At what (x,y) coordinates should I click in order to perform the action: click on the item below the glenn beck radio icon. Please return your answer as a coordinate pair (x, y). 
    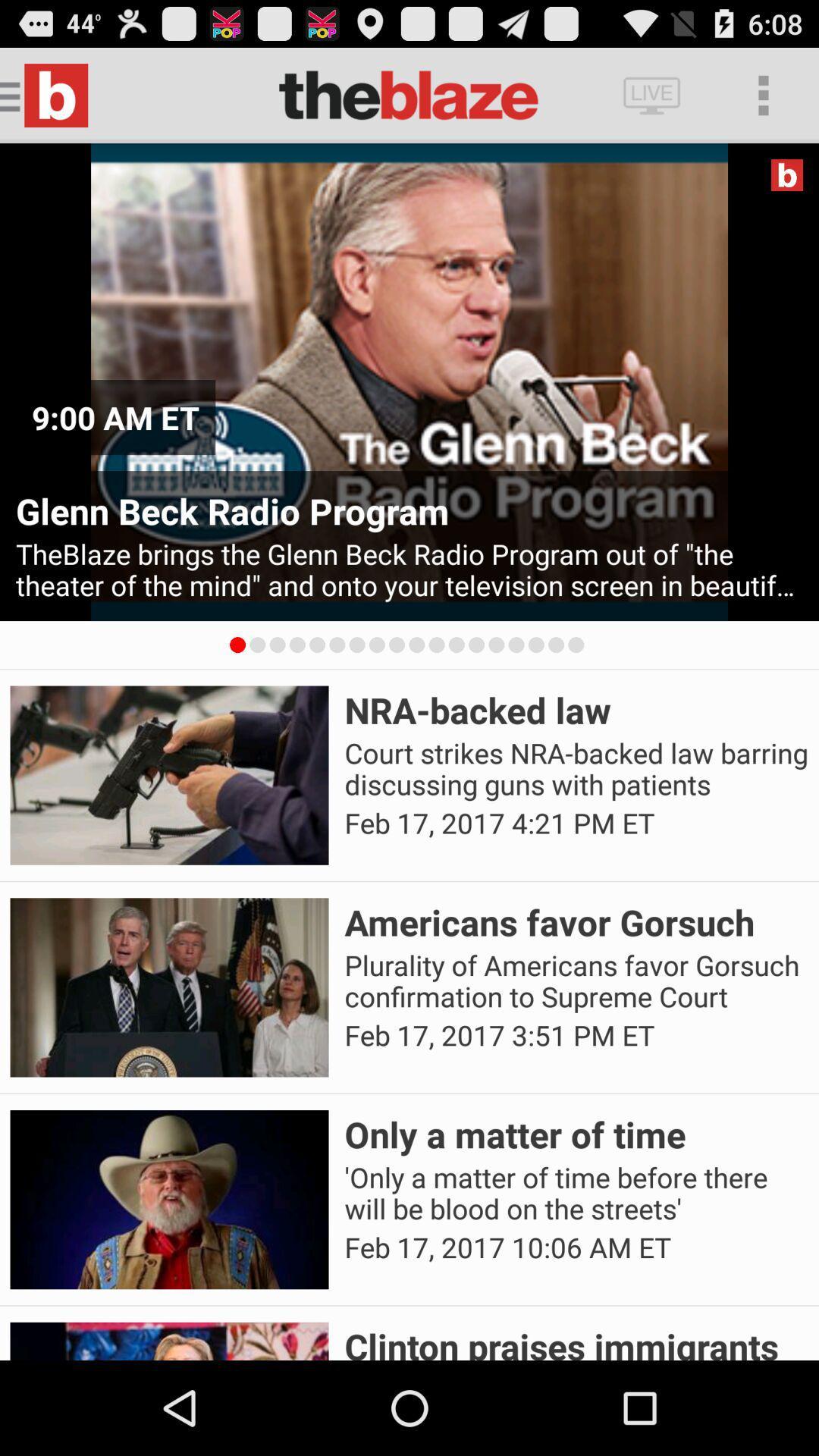
    Looking at the image, I should click on (409, 569).